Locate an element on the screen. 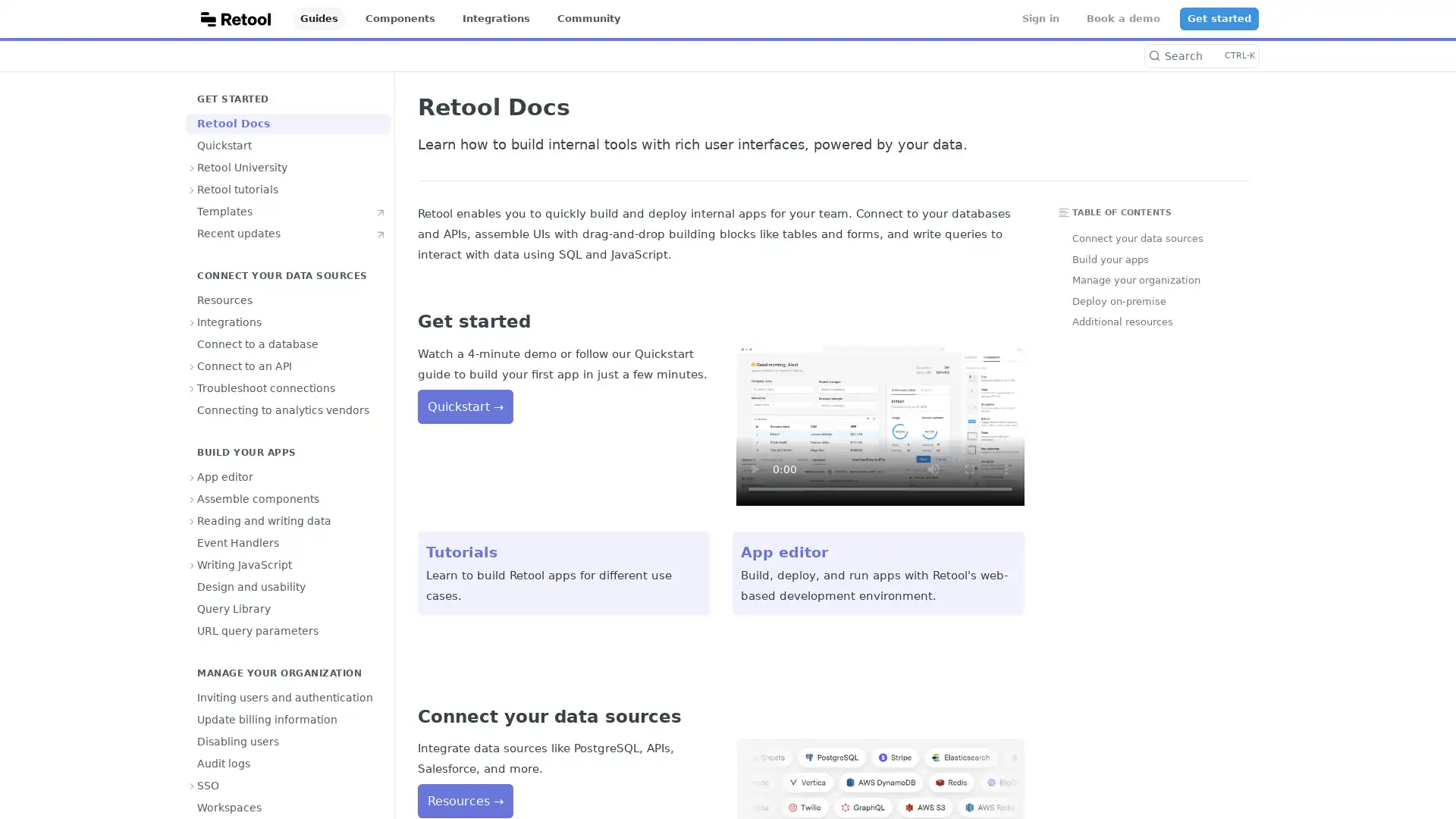 Image resolution: width=1456 pixels, height=819 pixels. Show subpages for Reading and writing data is located at coordinates (192, 519).